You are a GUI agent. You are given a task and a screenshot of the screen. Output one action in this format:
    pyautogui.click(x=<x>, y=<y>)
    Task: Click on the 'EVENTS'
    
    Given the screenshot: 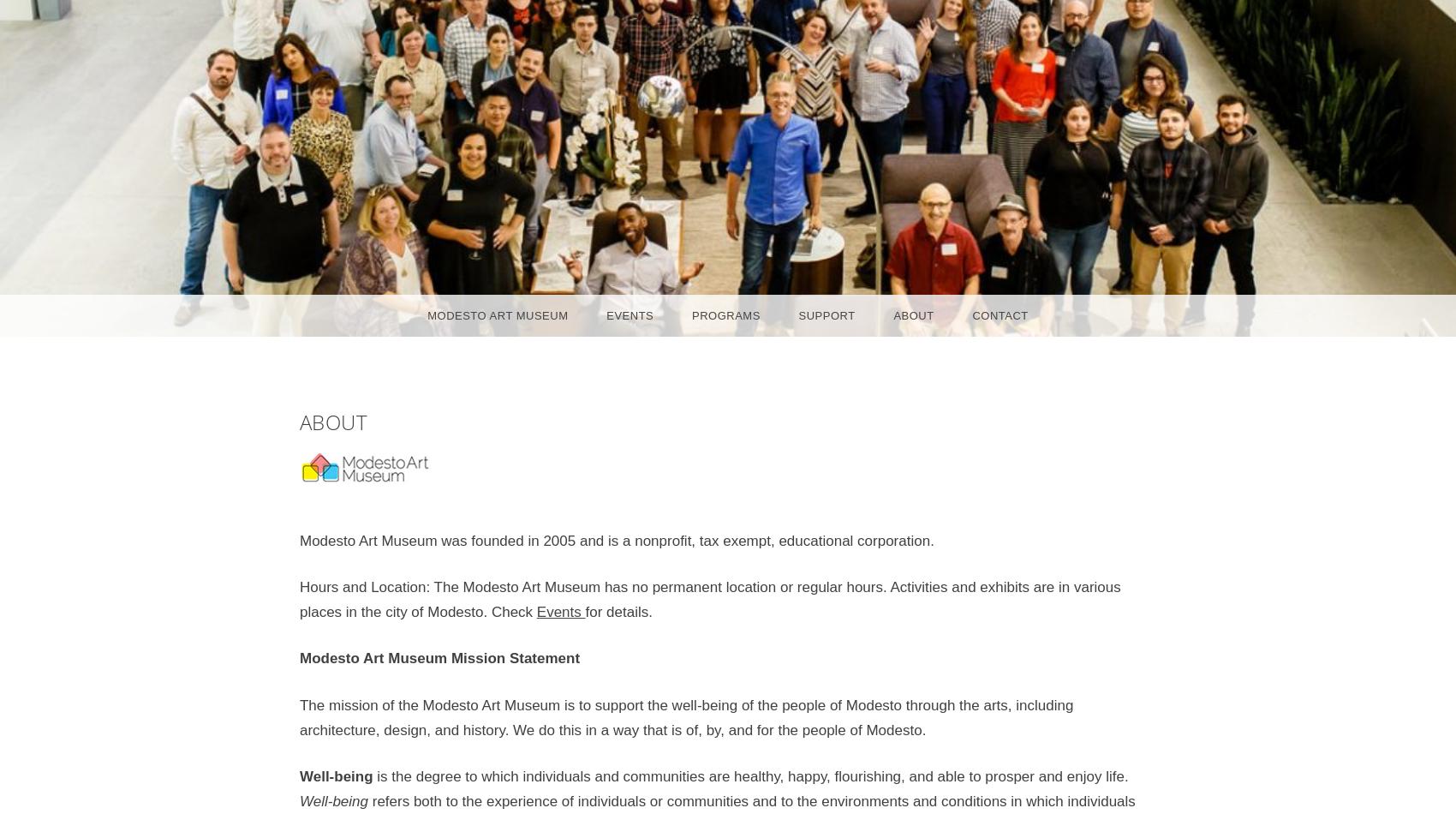 What is the action you would take?
    pyautogui.click(x=630, y=315)
    